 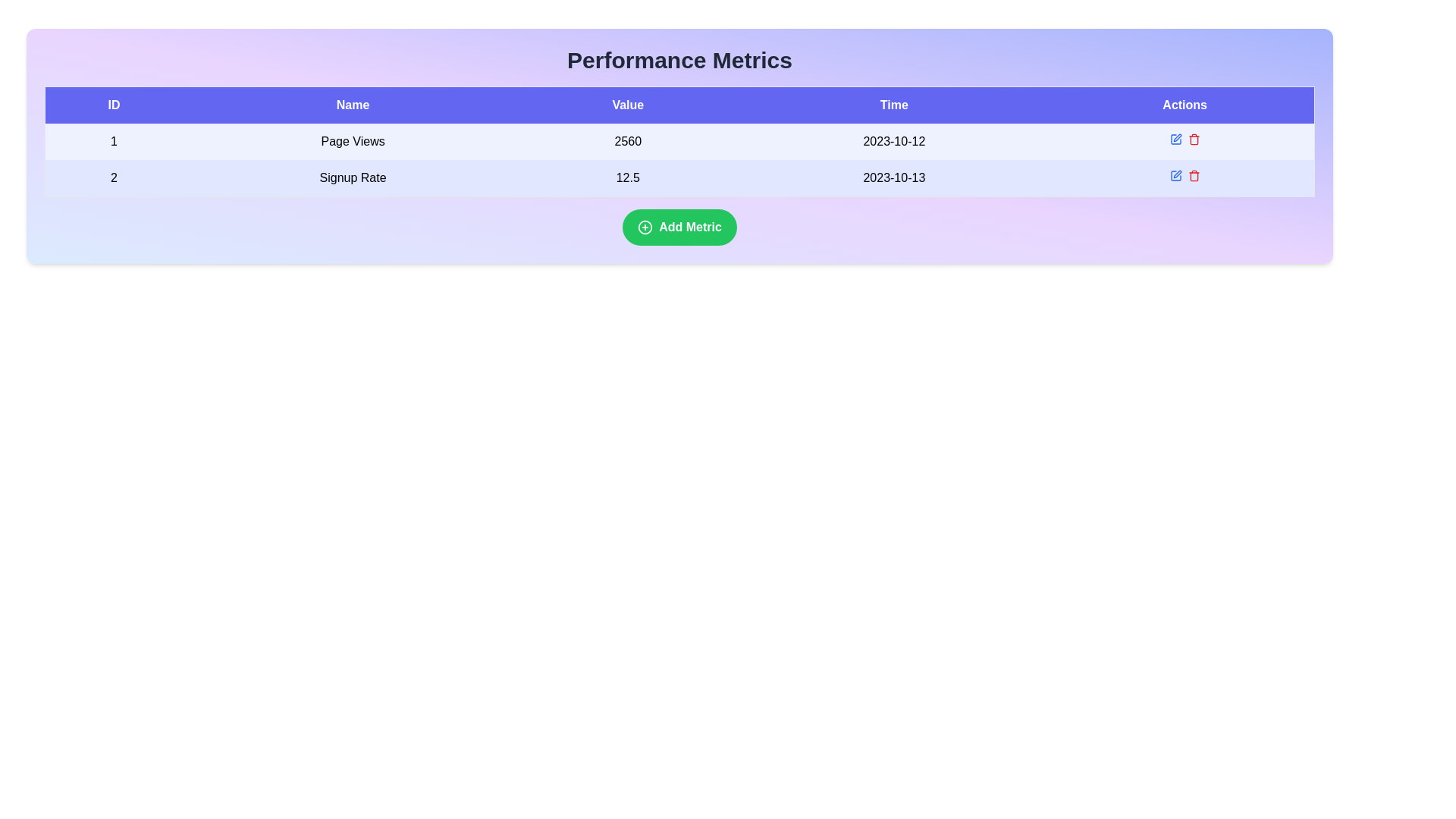 I want to click on the pencil-like icon in the 'Actions' column of the second row of the 'Performance Metrics' table, so click(x=1176, y=174).